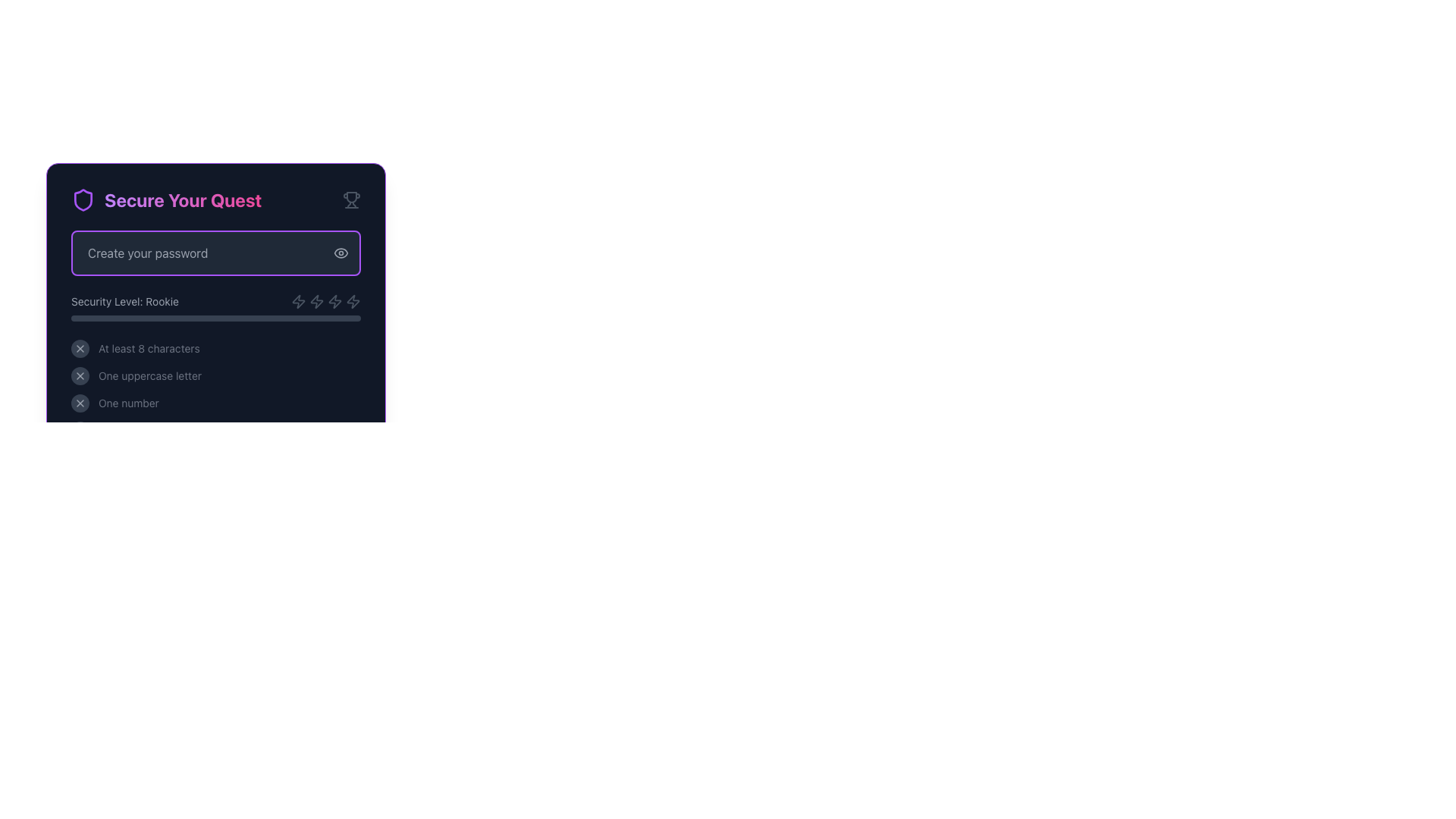 The height and width of the screenshot is (819, 1456). What do you see at coordinates (79, 403) in the screenshot?
I see `the feedback indicator icon embedded in the circular button located in the 'One number' criteria section of the password security validation interface` at bounding box center [79, 403].